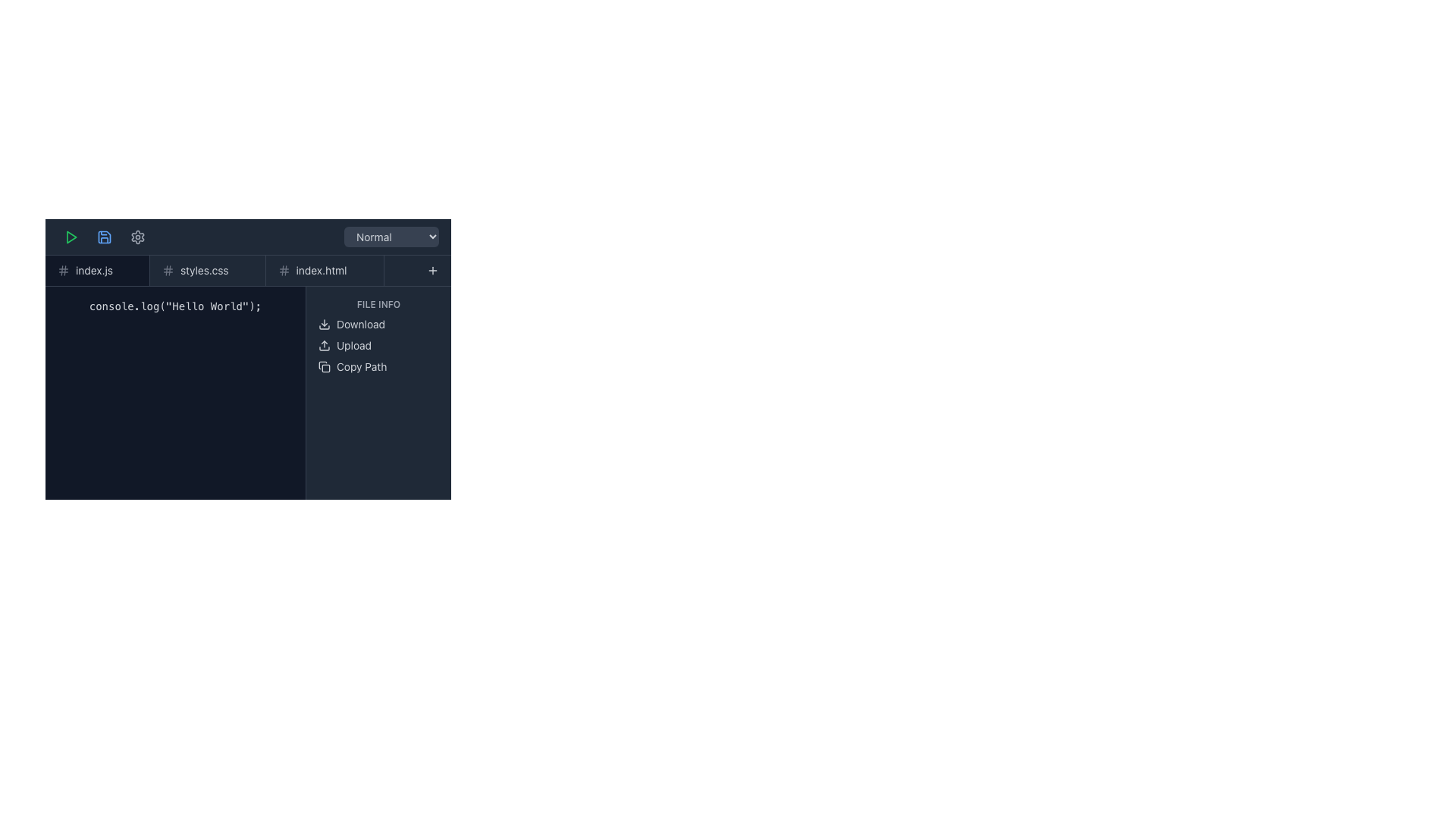 The image size is (1456, 819). Describe the element at coordinates (71, 237) in the screenshot. I see `the play button located in the top left corner of its section` at that location.